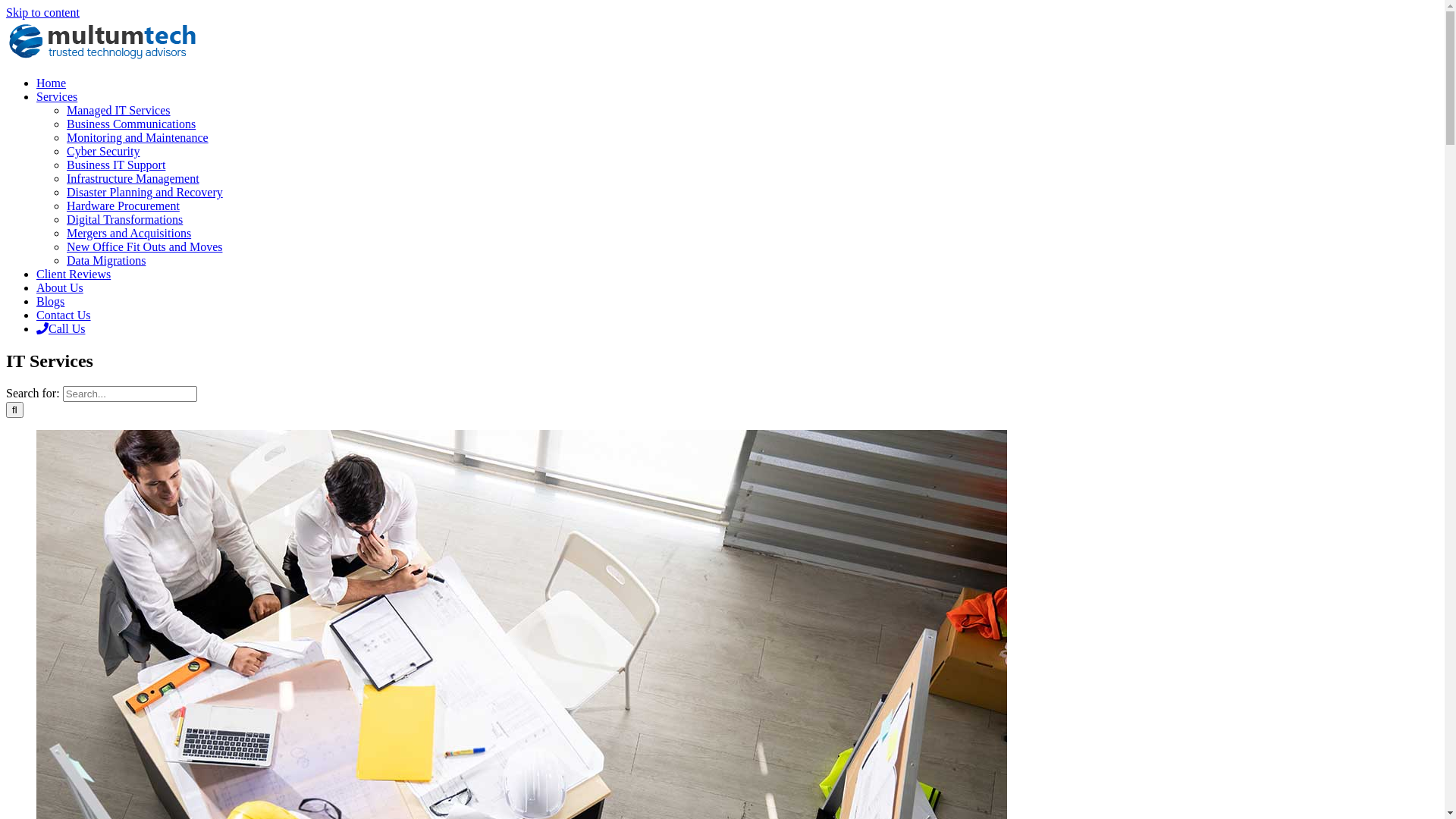 This screenshot has width=1456, height=819. I want to click on 'Blogs', so click(50, 301).